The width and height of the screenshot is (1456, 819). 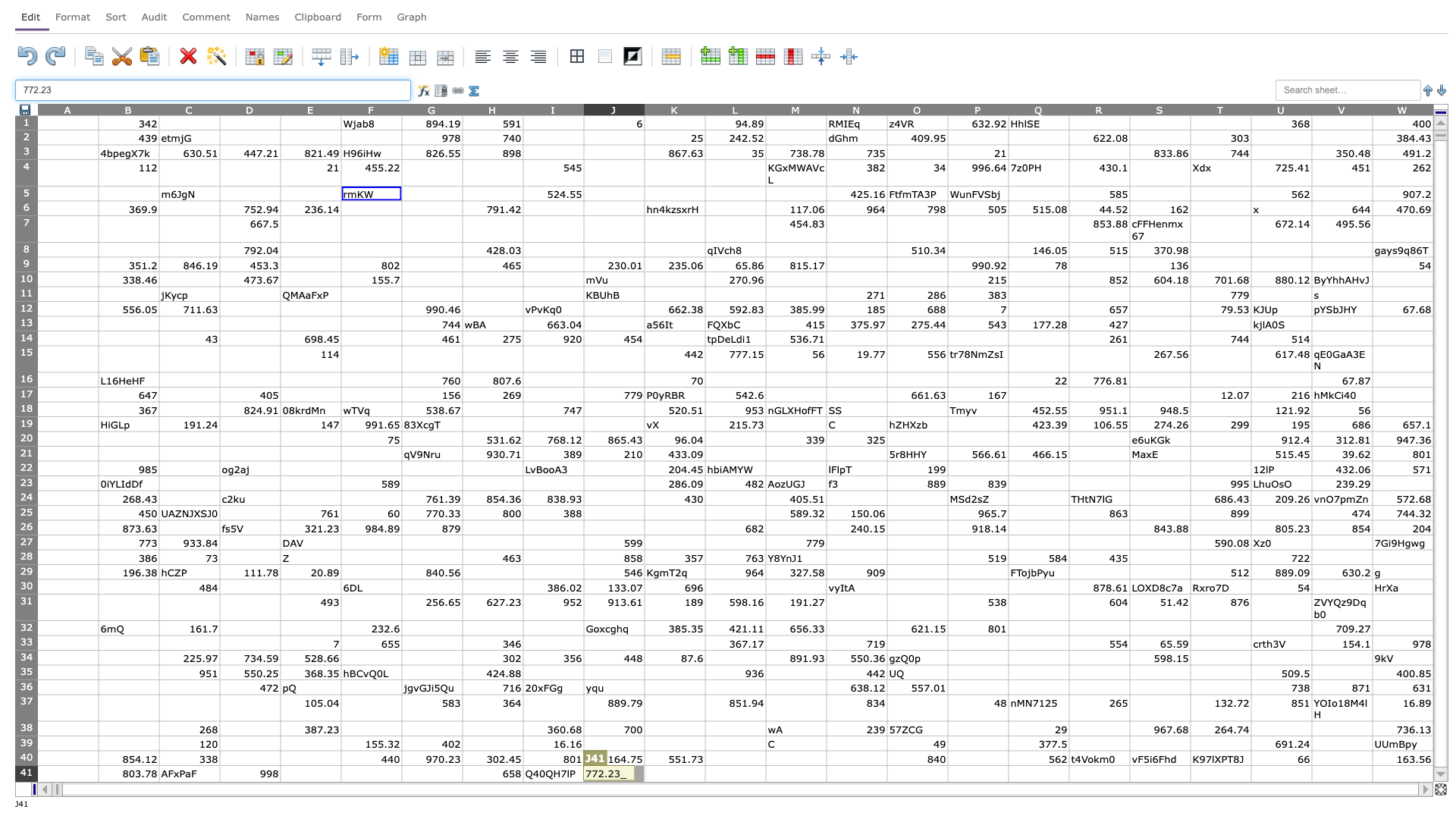 I want to click on Left margin of K41, so click(x=644, y=778).